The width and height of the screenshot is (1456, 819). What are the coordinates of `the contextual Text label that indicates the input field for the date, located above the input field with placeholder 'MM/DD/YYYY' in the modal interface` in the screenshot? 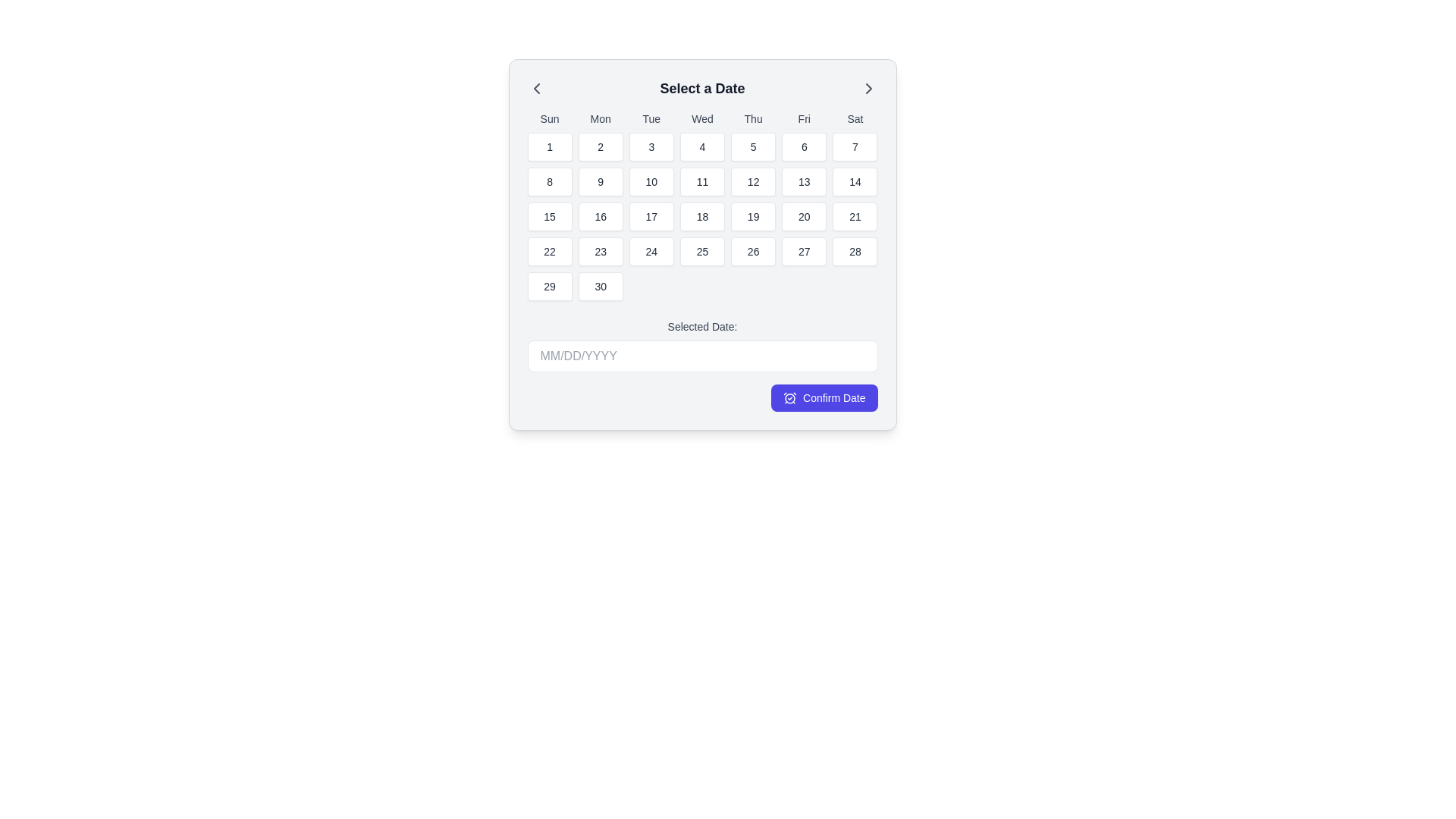 It's located at (701, 326).